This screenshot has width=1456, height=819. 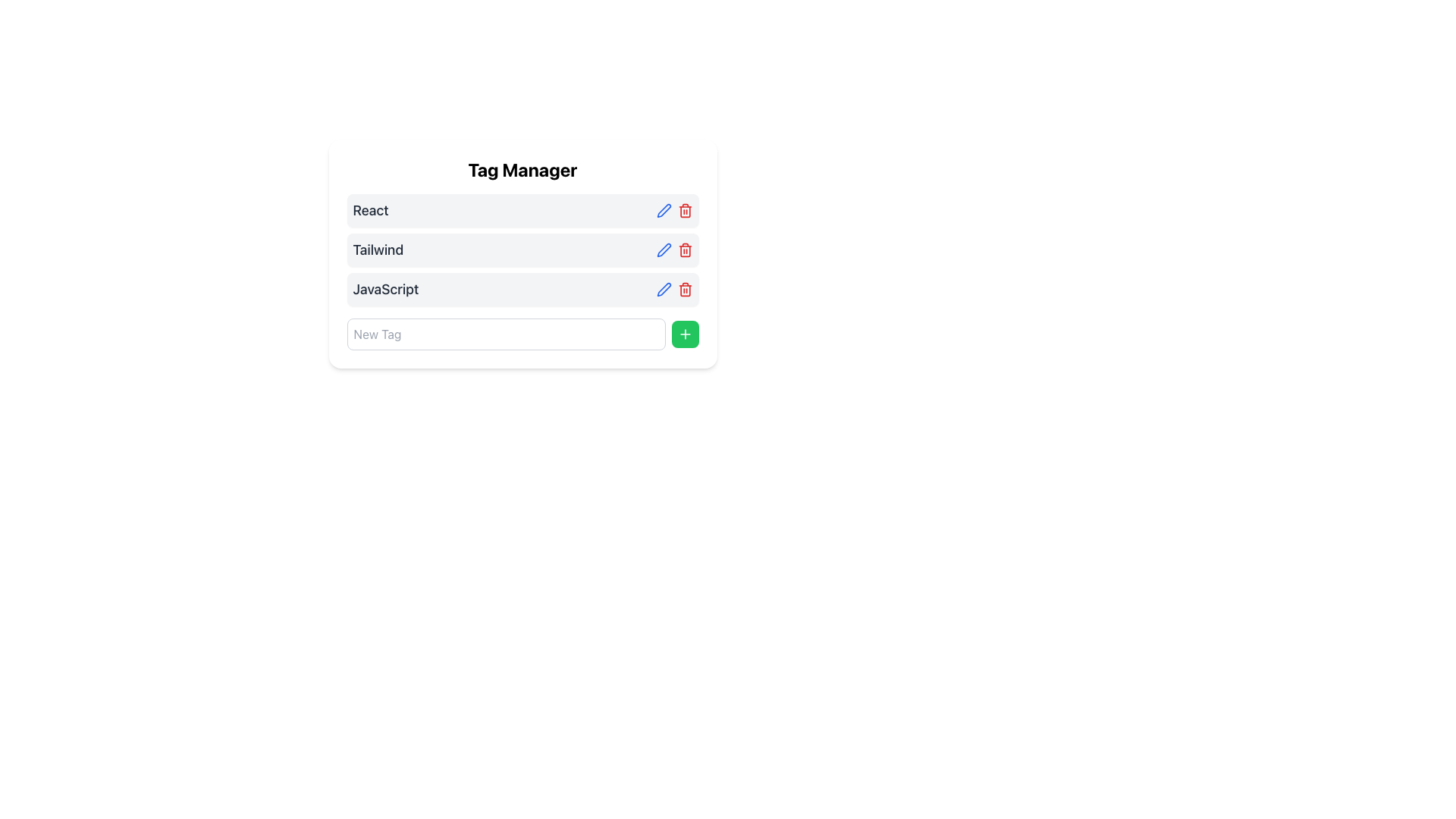 I want to click on the 'Tailwind' tag in the Tag Manager interface, so click(x=522, y=249).